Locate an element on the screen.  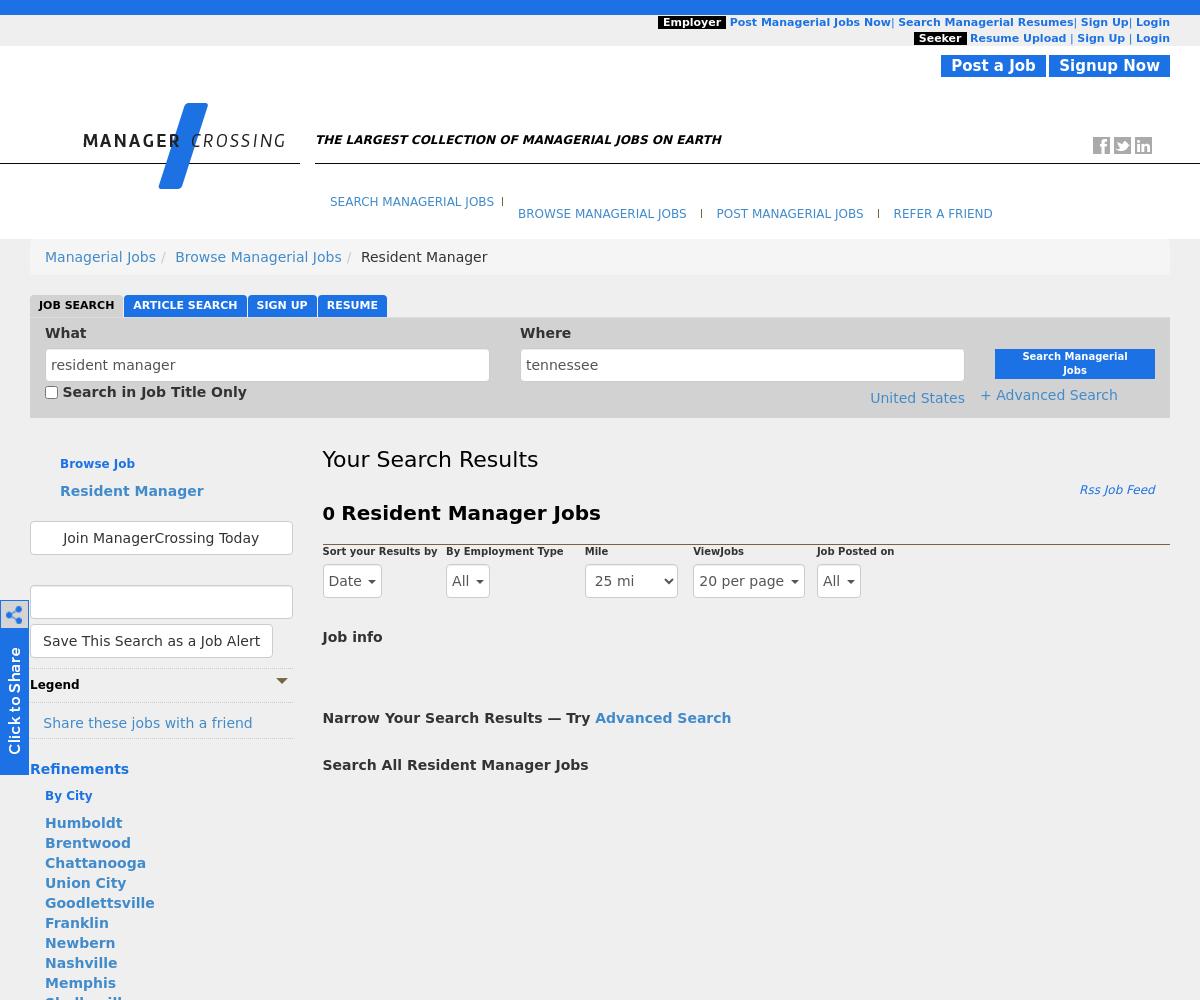
'Search 
									Managerial									Resumes' is located at coordinates (985, 22).